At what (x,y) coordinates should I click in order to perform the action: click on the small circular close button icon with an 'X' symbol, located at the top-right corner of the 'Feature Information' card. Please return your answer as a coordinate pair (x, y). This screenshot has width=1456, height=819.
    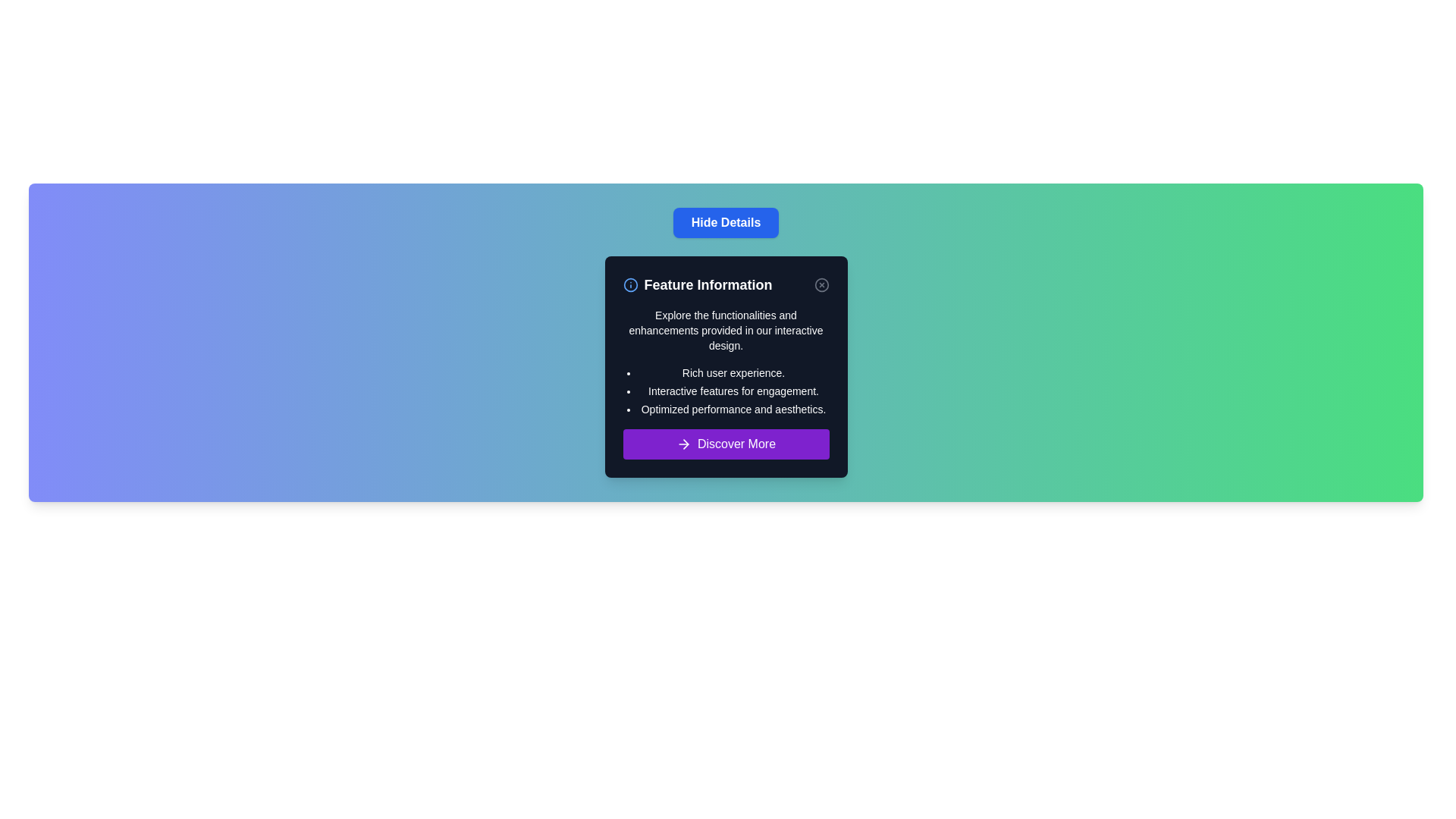
    Looking at the image, I should click on (821, 284).